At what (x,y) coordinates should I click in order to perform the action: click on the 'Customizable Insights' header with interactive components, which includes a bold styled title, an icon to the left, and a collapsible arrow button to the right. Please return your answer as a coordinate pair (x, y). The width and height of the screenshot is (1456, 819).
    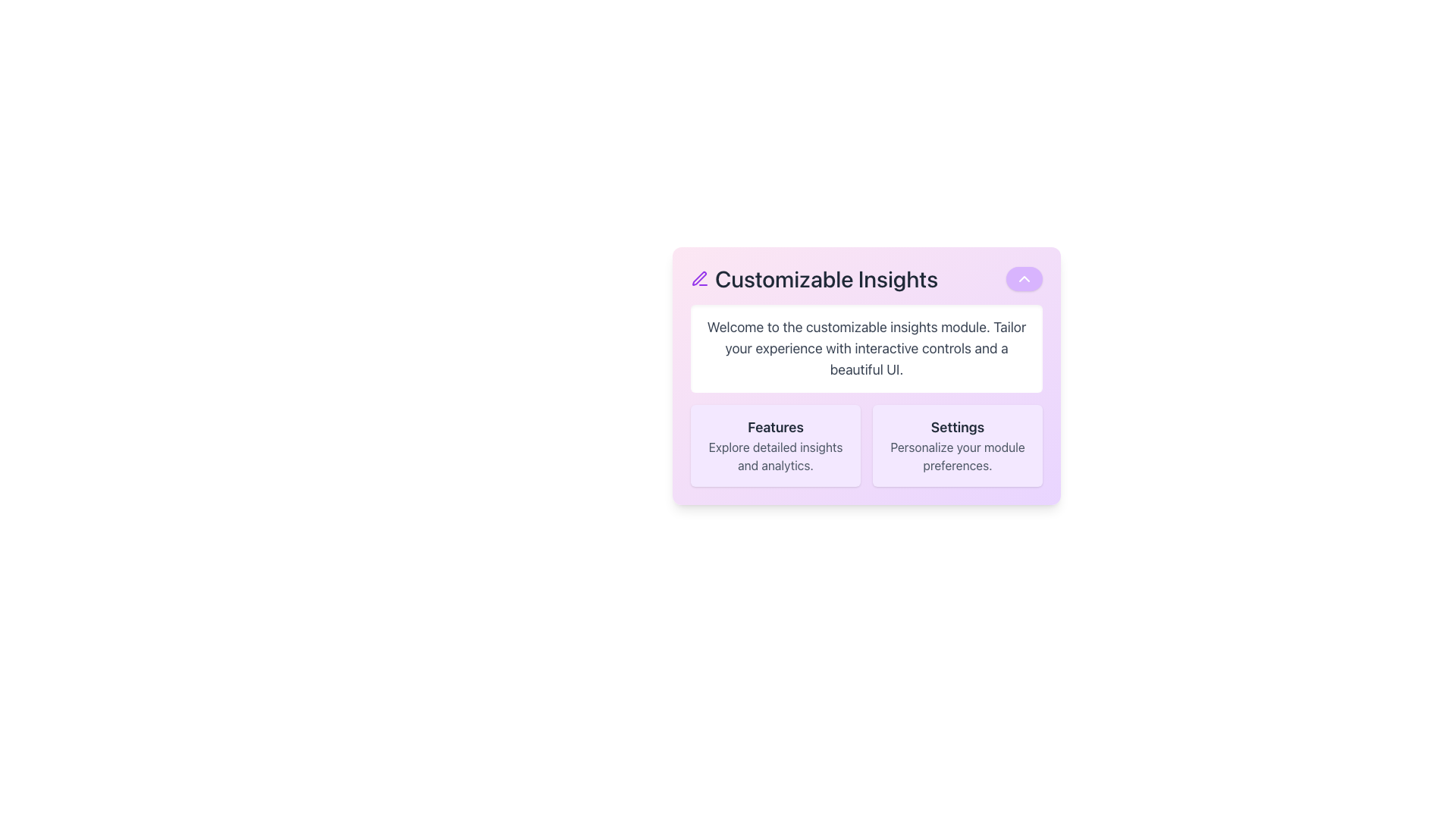
    Looking at the image, I should click on (866, 278).